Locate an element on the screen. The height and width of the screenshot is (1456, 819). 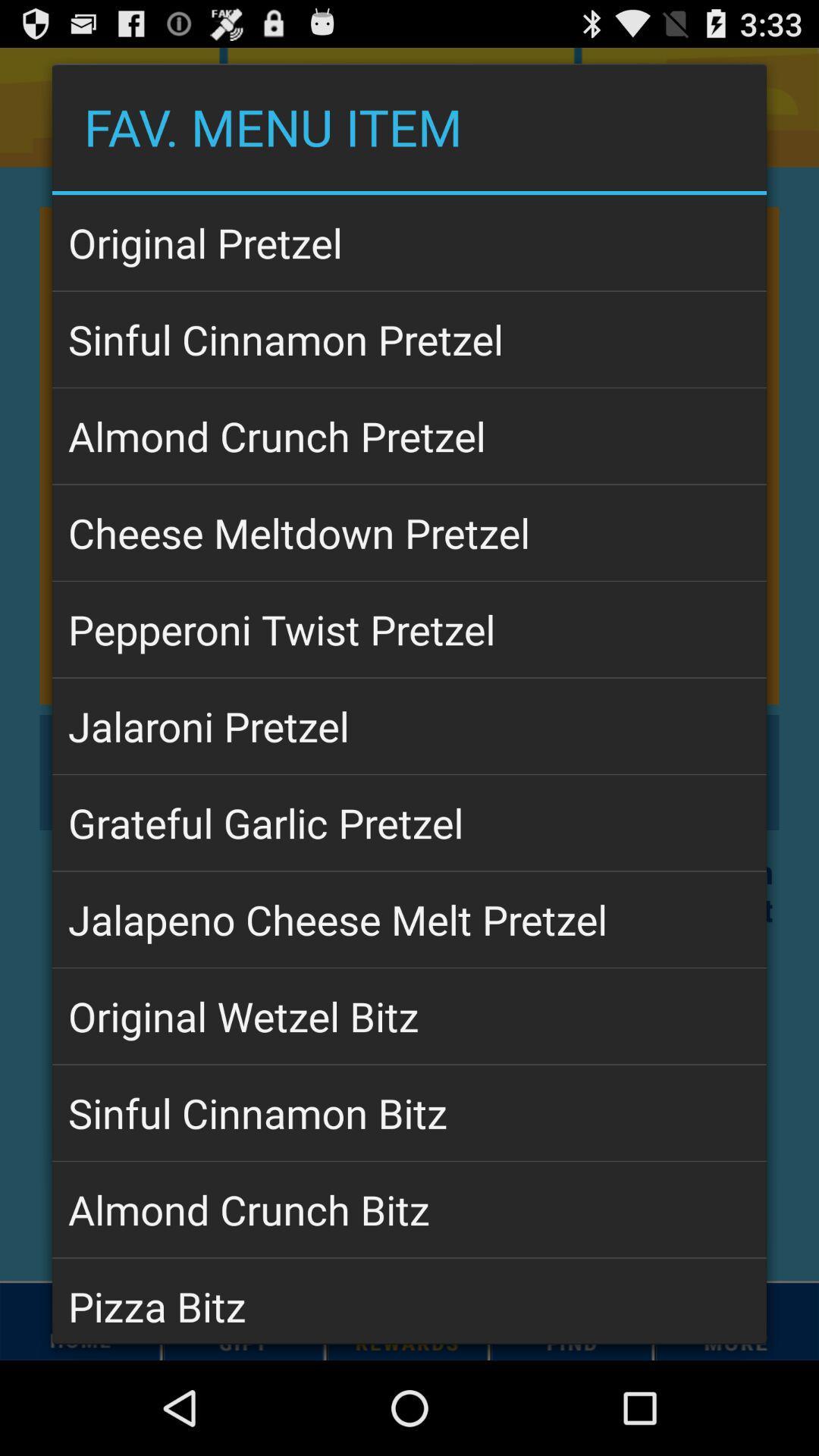
the app above the jalapeno cheese melt app is located at coordinates (409, 822).